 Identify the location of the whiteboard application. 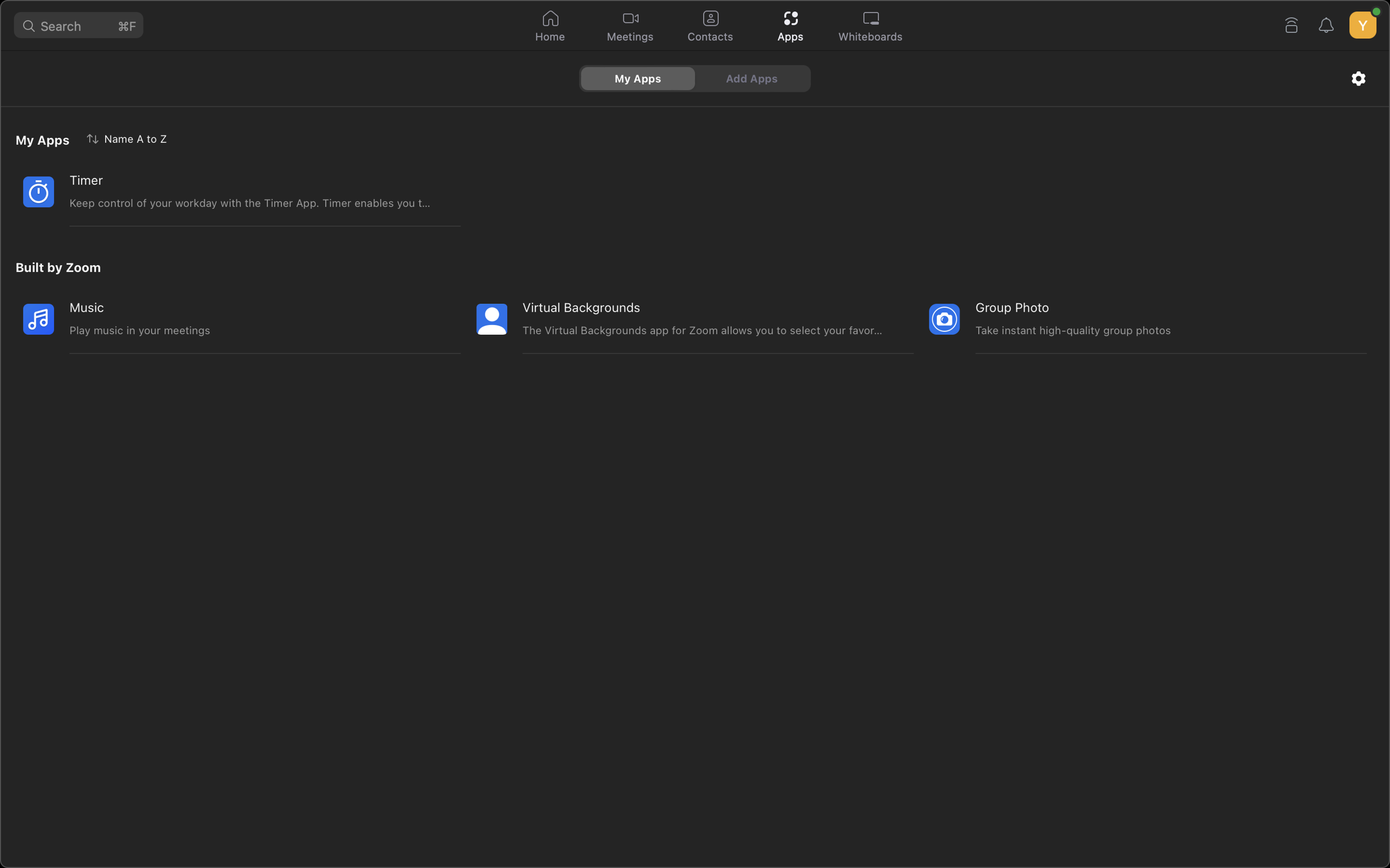
(871, 26).